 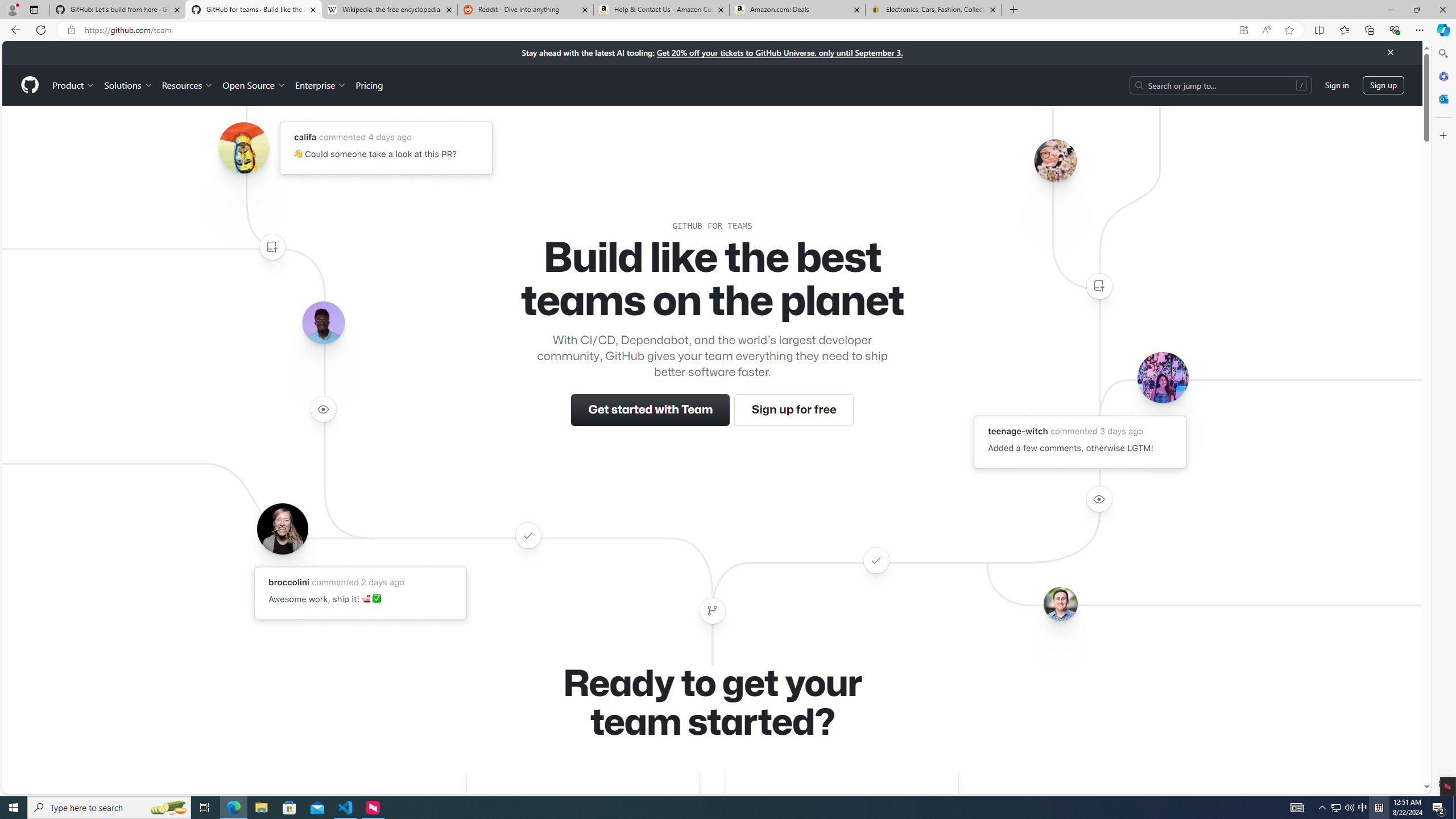 I want to click on 'Resources', so click(x=188, y=85).